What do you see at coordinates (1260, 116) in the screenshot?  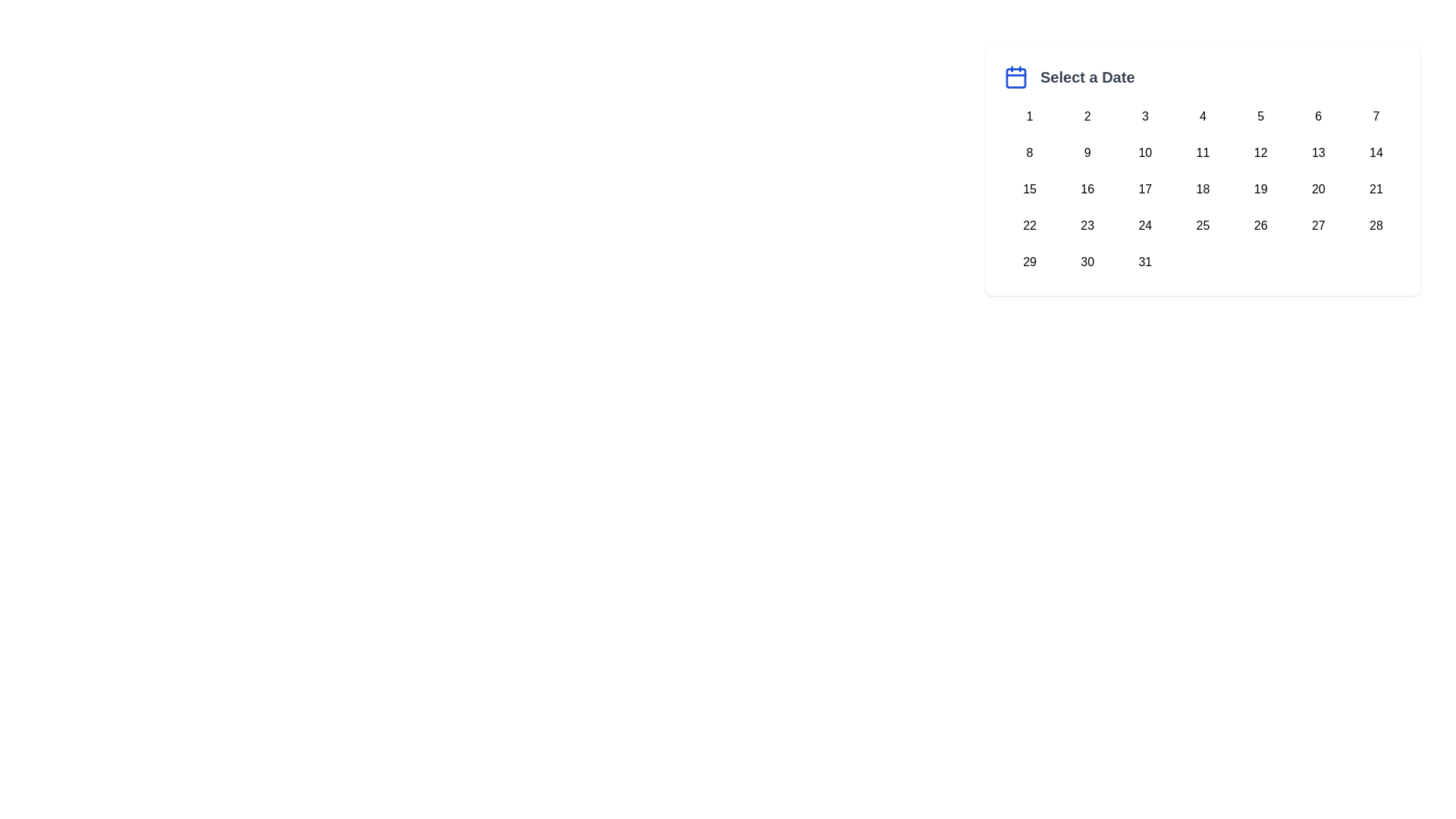 I see `the selectable day button representing the 5th day within the calendar widget` at bounding box center [1260, 116].